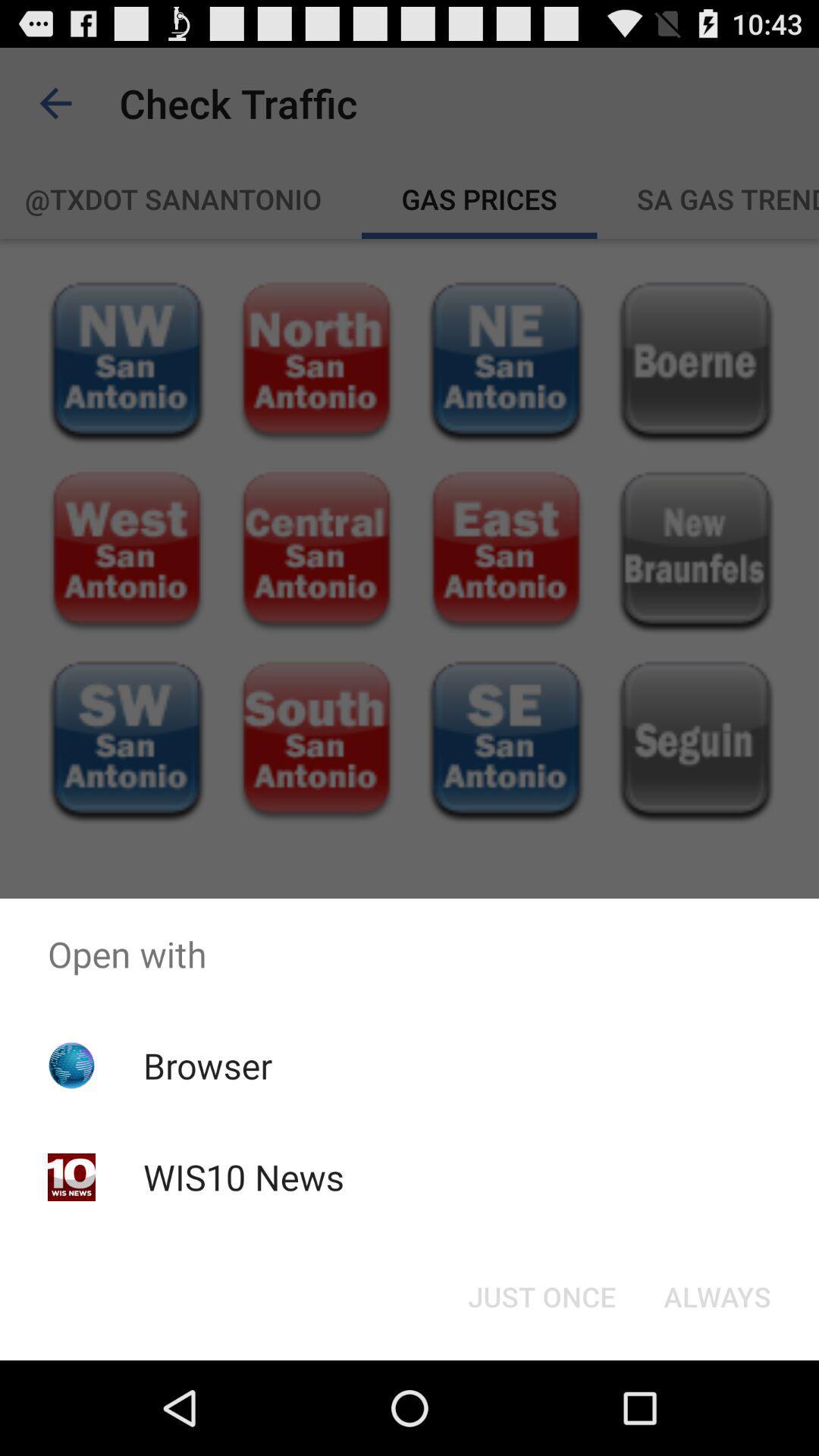 This screenshot has width=819, height=1456. What do you see at coordinates (243, 1176) in the screenshot?
I see `wis10 news app` at bounding box center [243, 1176].